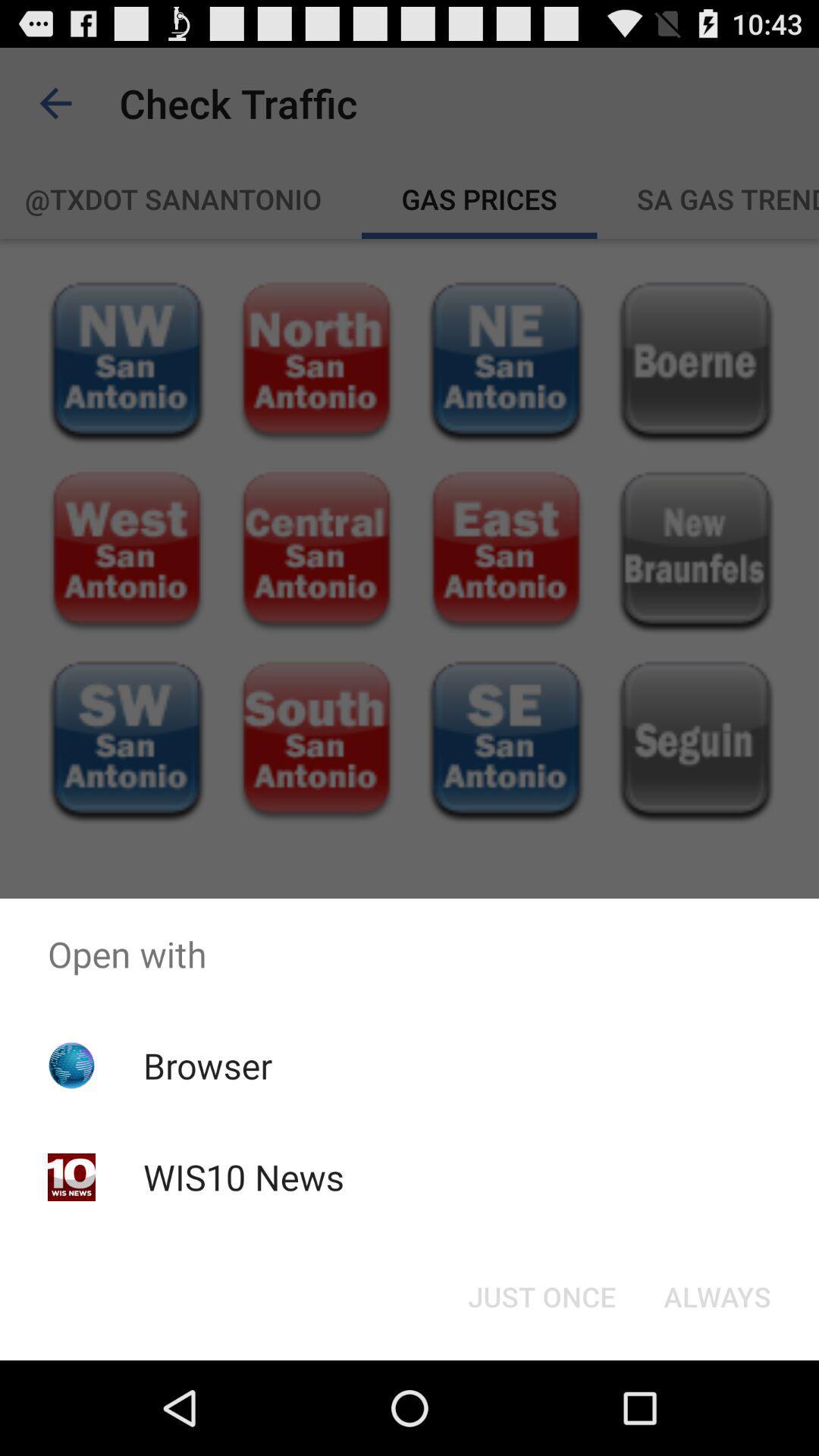 This screenshot has width=819, height=1456. What do you see at coordinates (243, 1176) in the screenshot?
I see `wis10 news app` at bounding box center [243, 1176].